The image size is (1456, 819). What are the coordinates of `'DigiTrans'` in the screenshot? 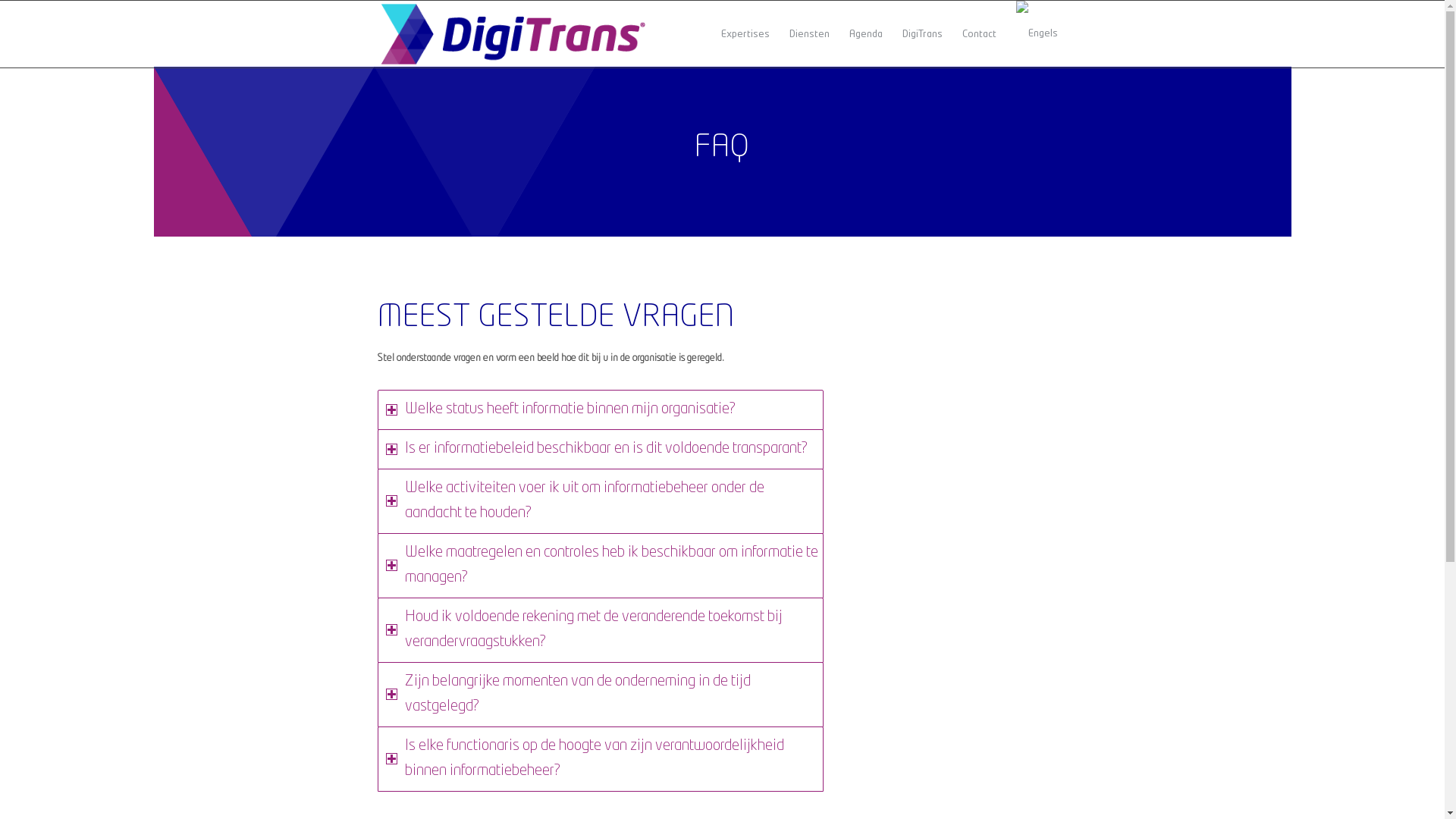 It's located at (892, 34).